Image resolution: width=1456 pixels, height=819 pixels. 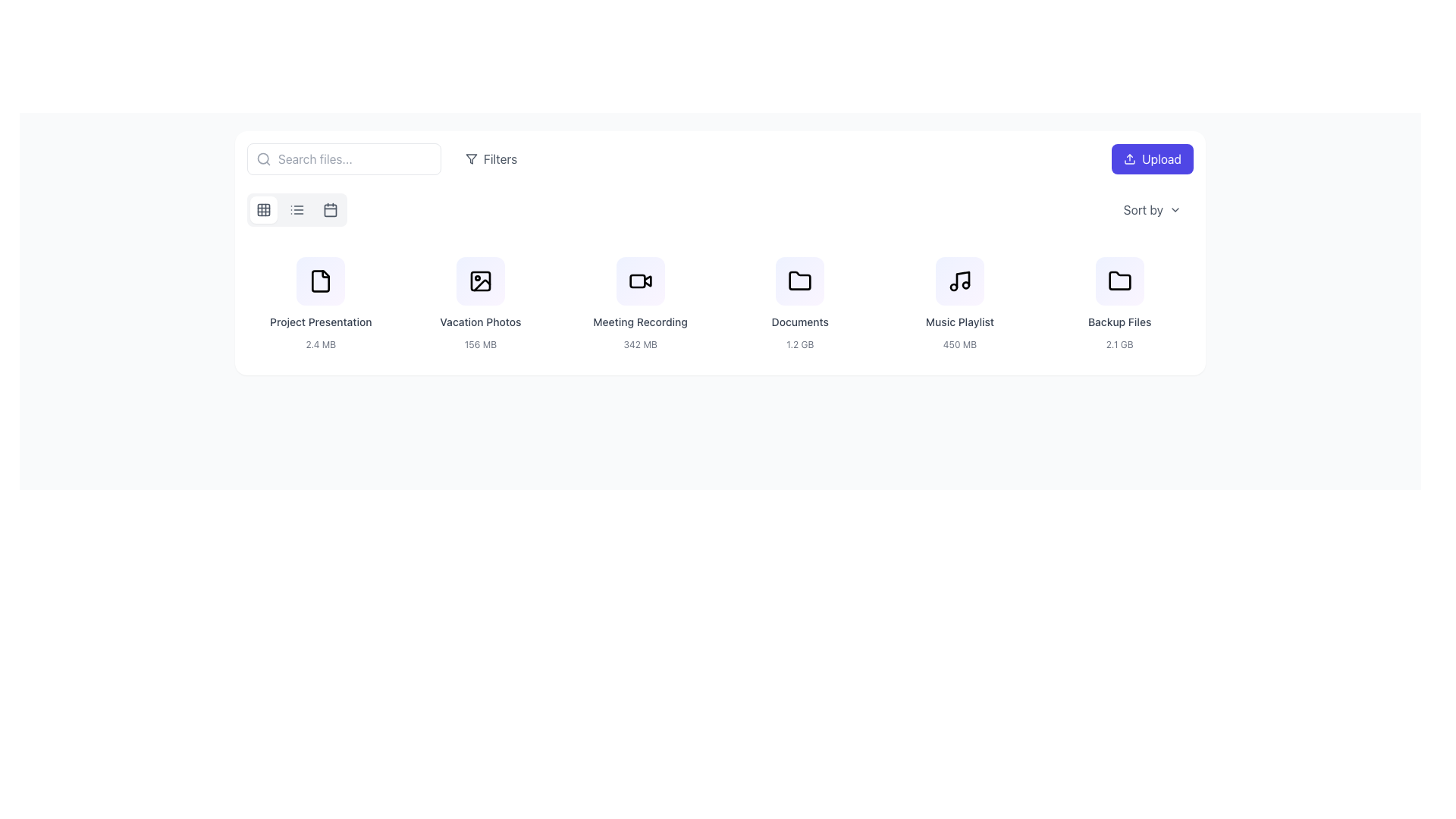 I want to click on displayed text of the 'Documents' label located underneath the folder icon in the 'Documents' section, so click(x=799, y=321).